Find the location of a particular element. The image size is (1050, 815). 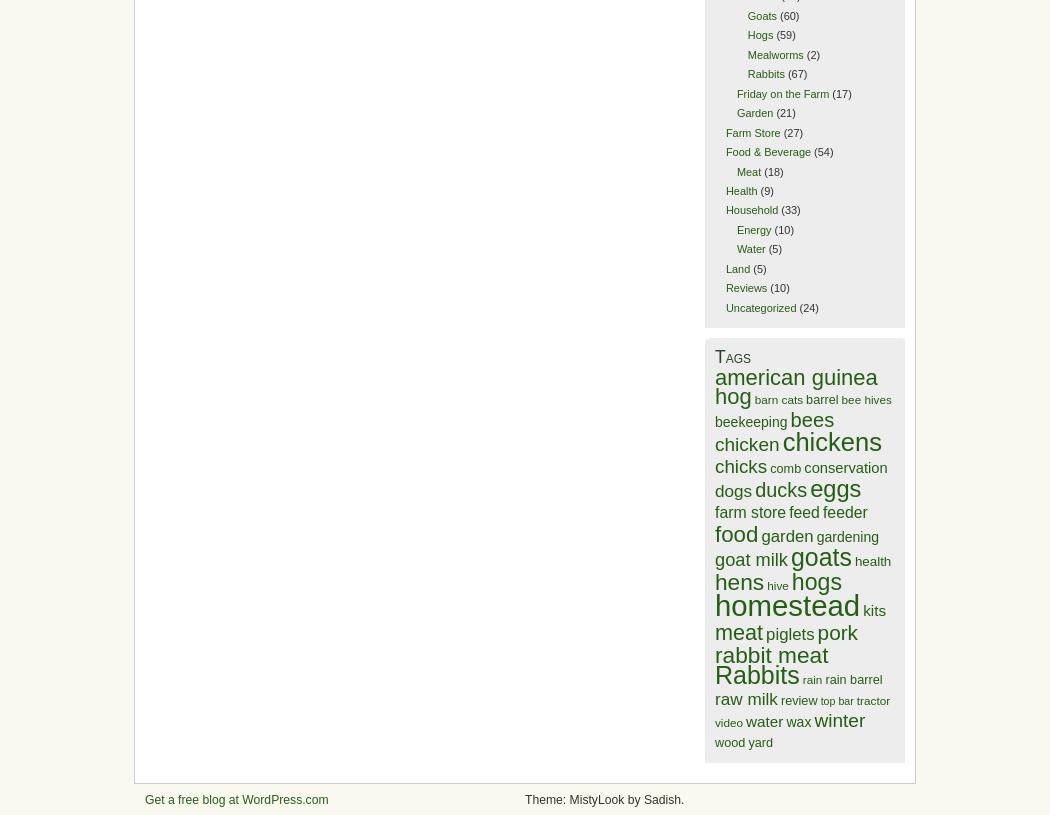

'review' is located at coordinates (797, 700).